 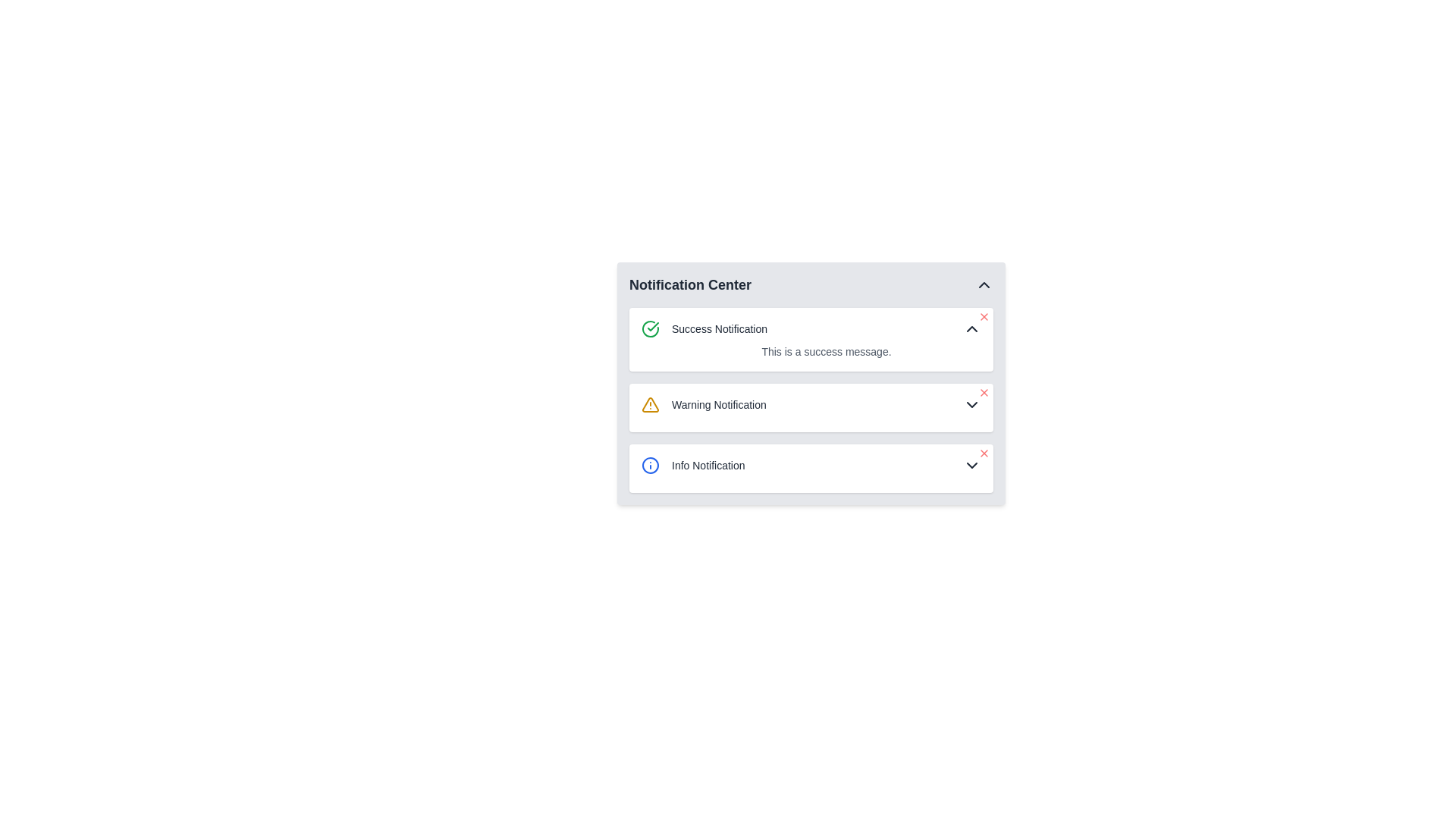 What do you see at coordinates (984, 391) in the screenshot?
I see `the dismiss button located in the top-right corner of the 'Warning Notification' panel` at bounding box center [984, 391].